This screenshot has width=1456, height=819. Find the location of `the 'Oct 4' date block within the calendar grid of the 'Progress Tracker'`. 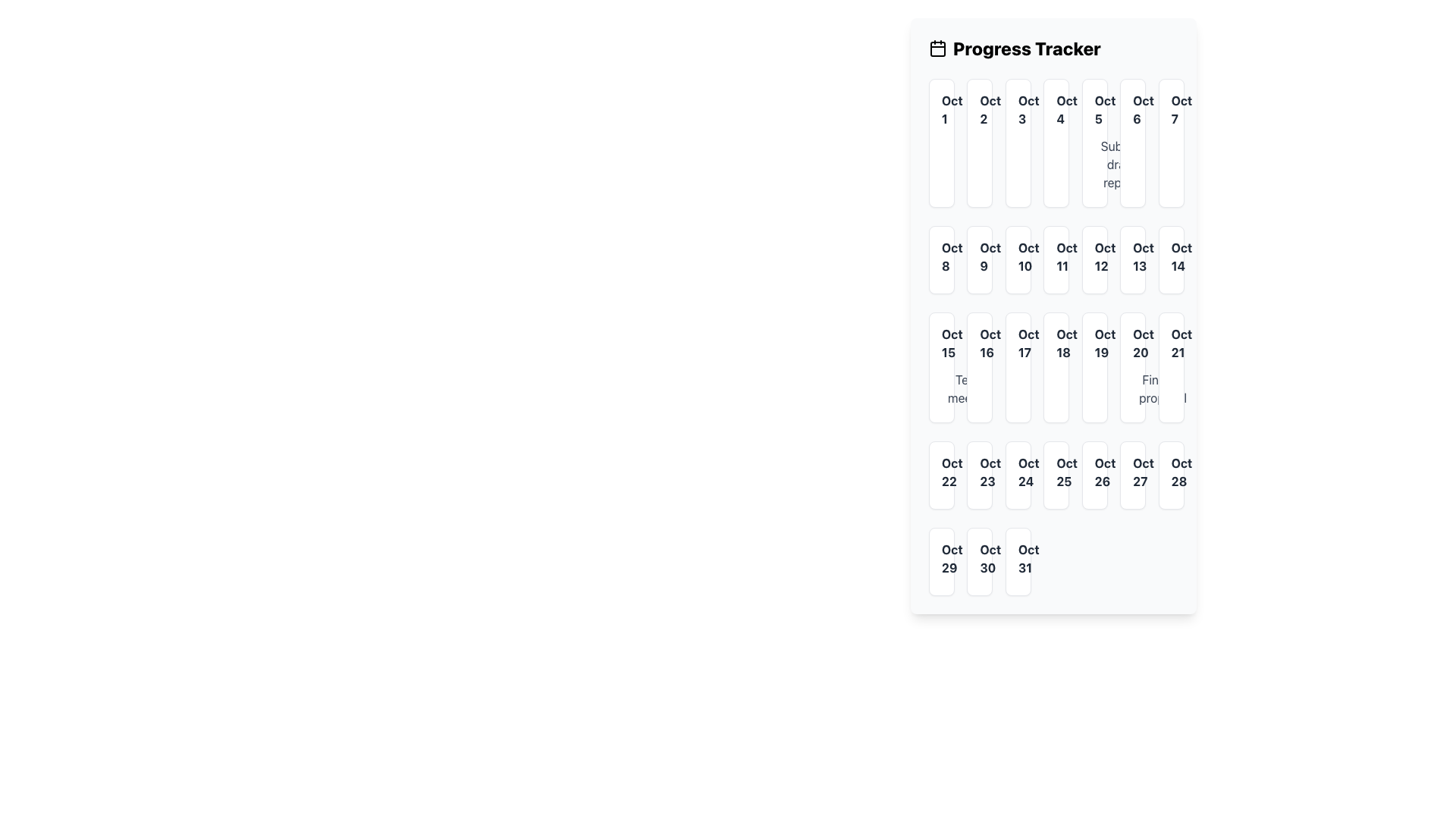

the 'Oct 4' date block within the calendar grid of the 'Progress Tracker' is located at coordinates (1056, 143).